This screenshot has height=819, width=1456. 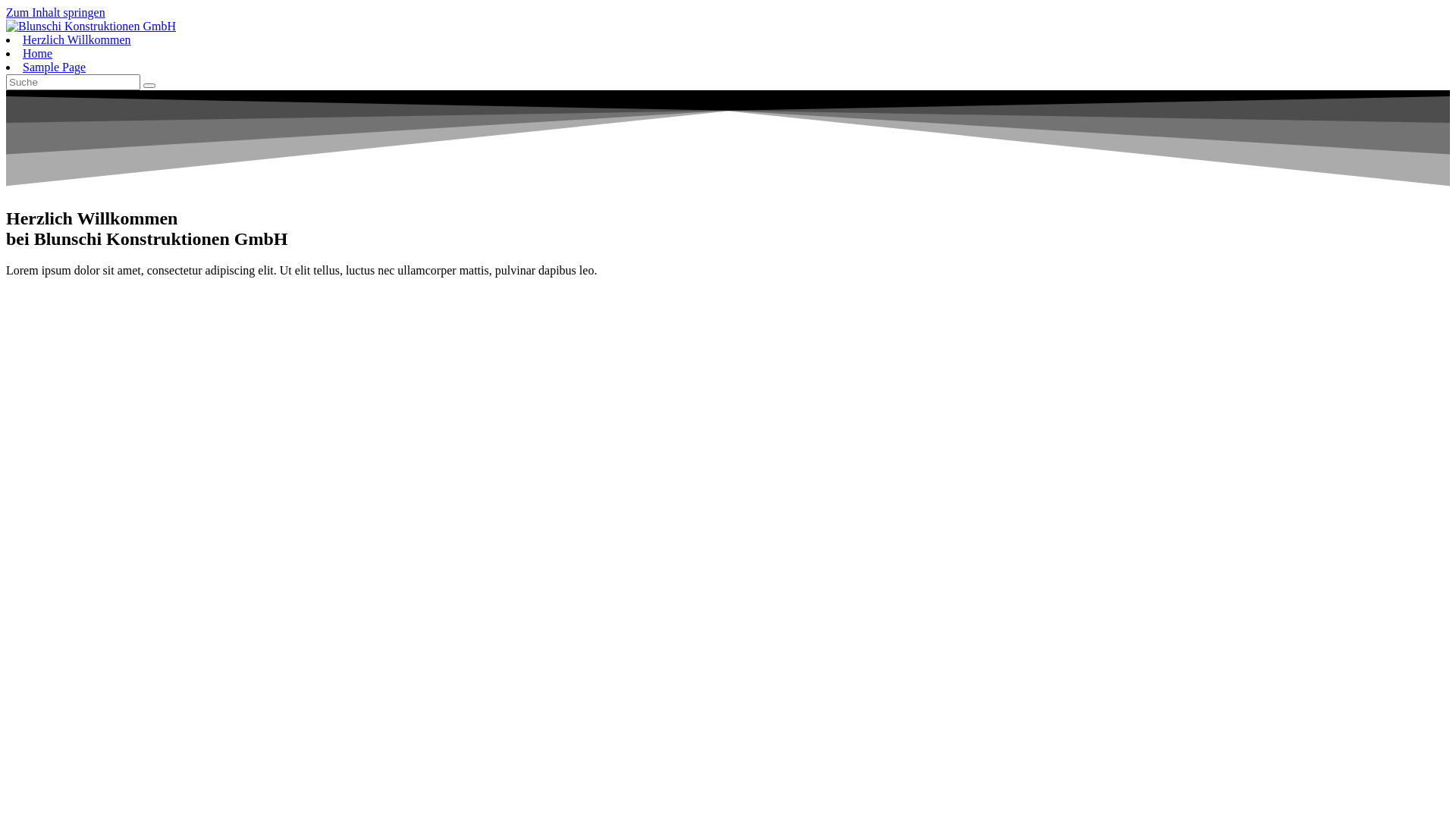 What do you see at coordinates (37, 52) in the screenshot?
I see `'Home'` at bounding box center [37, 52].